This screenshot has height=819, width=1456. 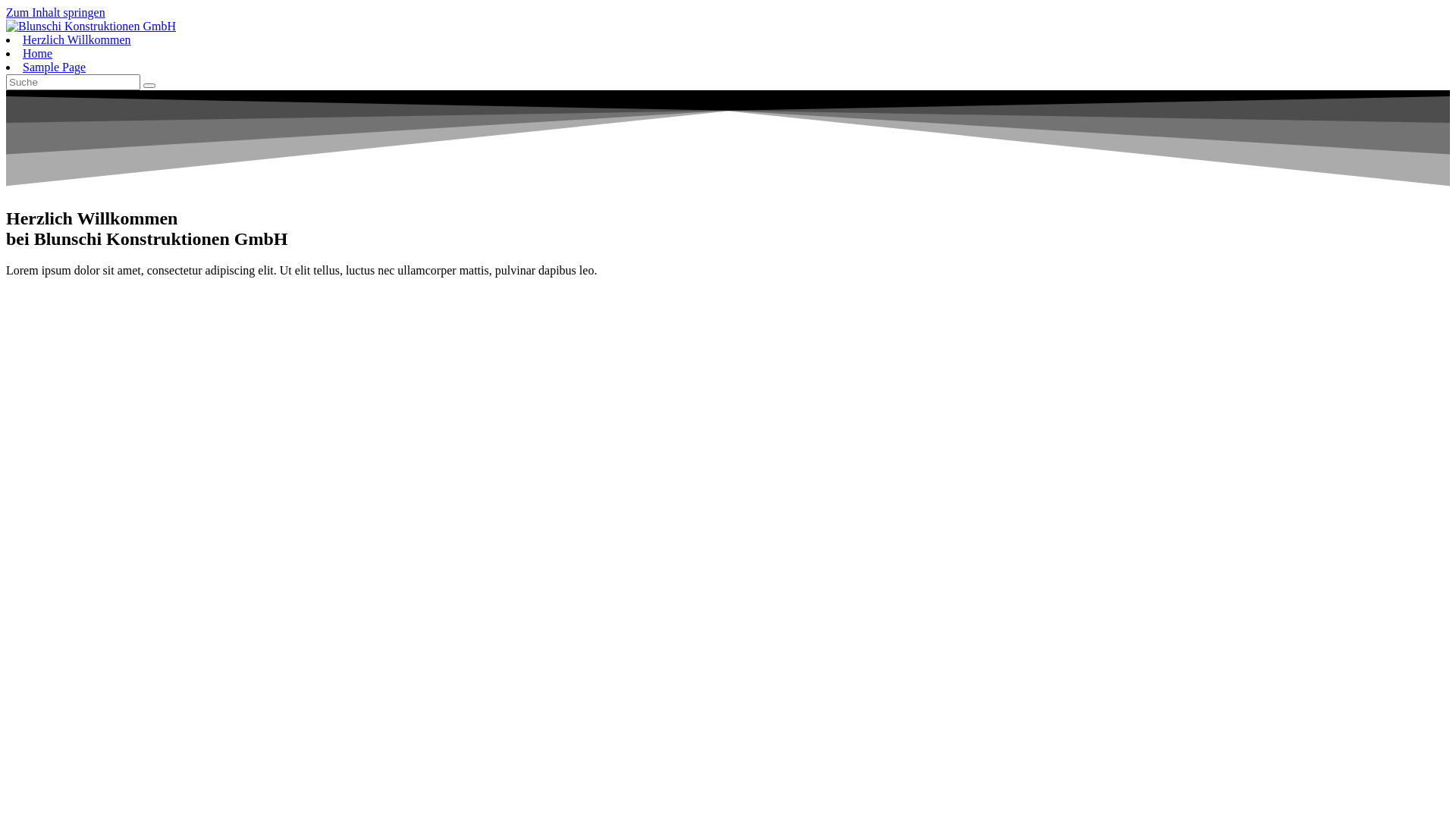 What do you see at coordinates (37, 52) in the screenshot?
I see `'Home'` at bounding box center [37, 52].